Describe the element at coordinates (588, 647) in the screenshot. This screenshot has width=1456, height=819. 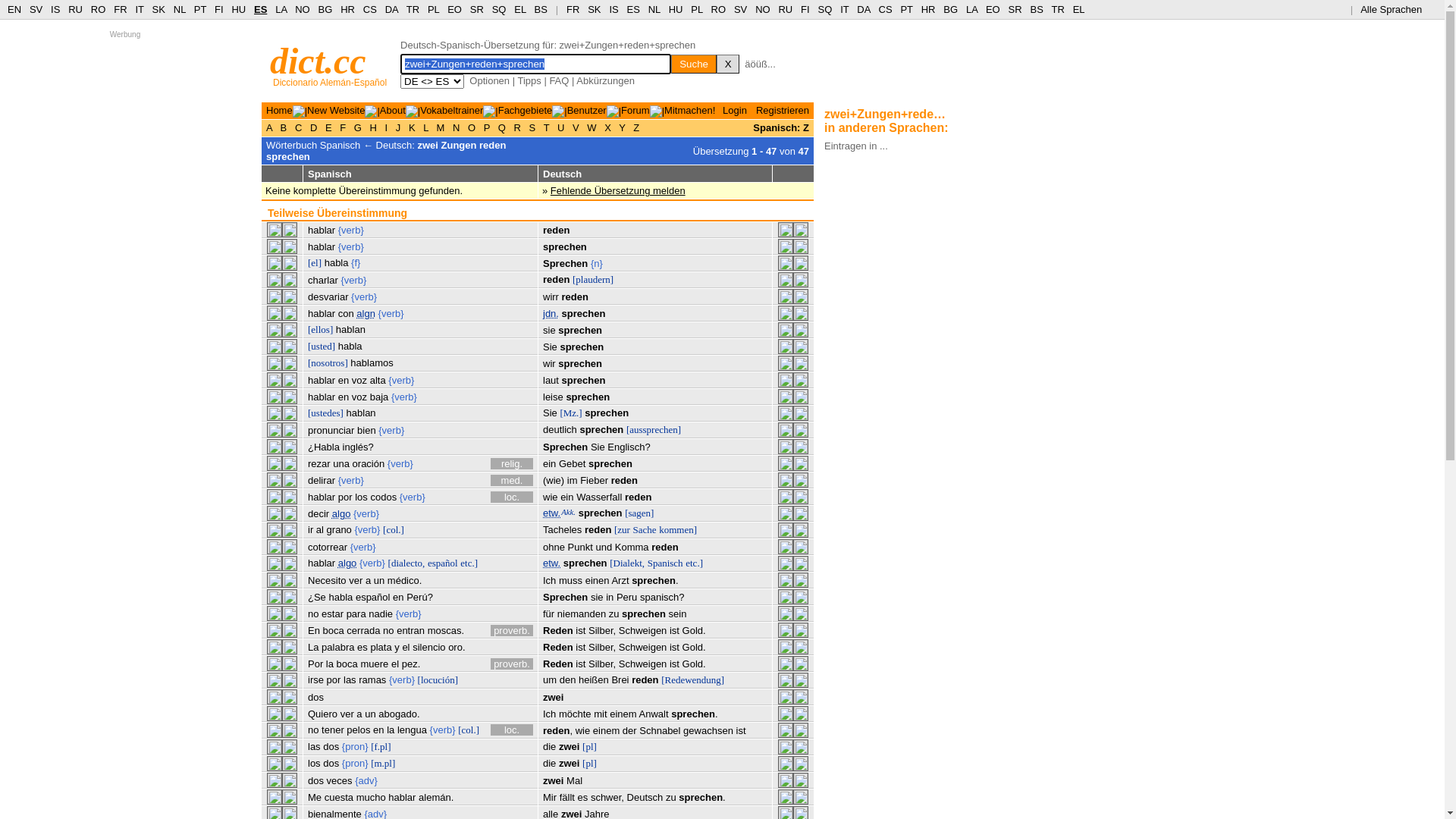
I see `'Silber,'` at that location.